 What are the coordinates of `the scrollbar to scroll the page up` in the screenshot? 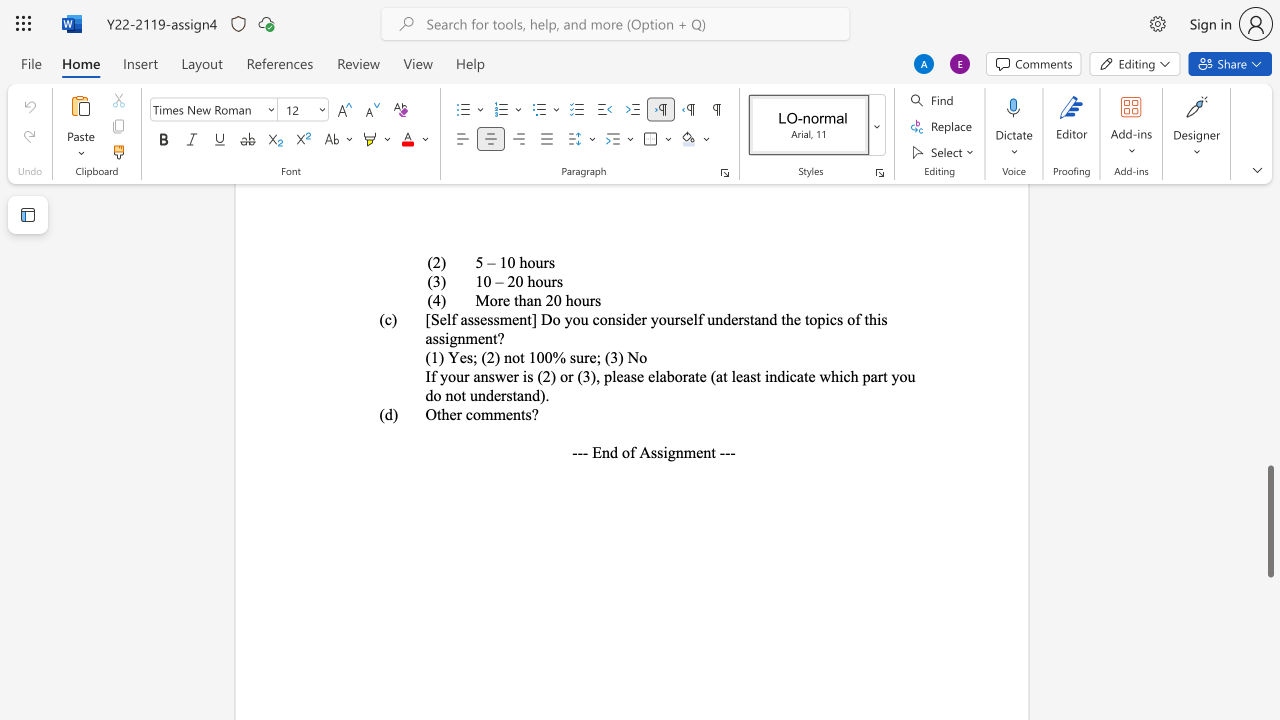 It's located at (1269, 280).